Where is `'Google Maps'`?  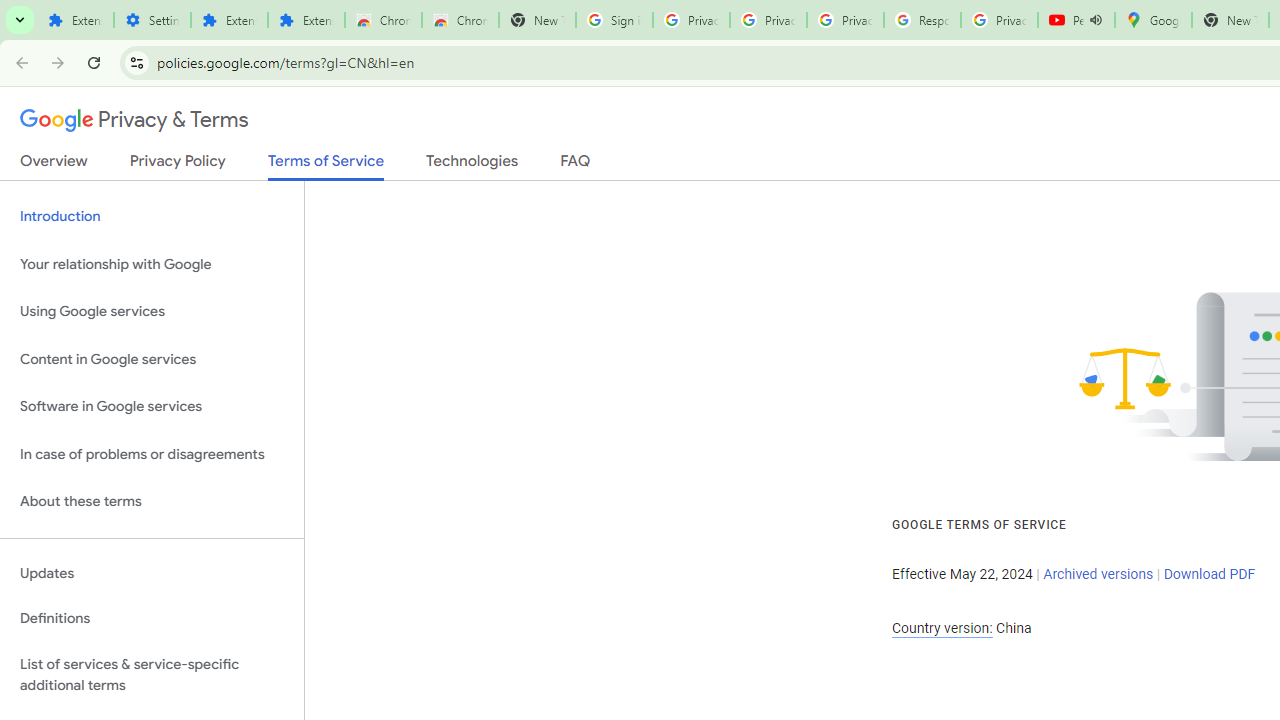 'Google Maps' is located at coordinates (1153, 20).